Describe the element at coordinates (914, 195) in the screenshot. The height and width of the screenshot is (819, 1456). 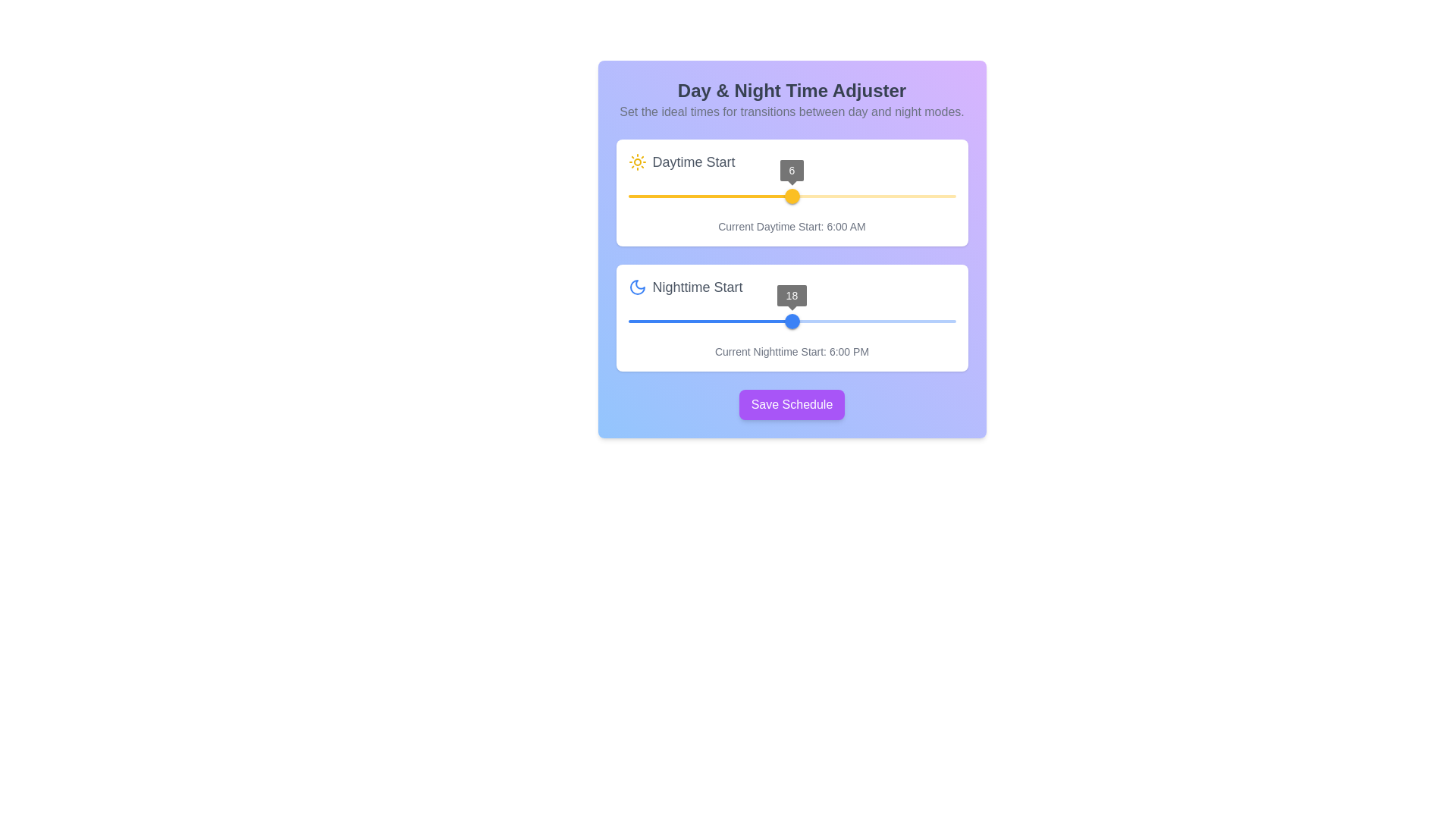
I see `the daytime start` at that location.